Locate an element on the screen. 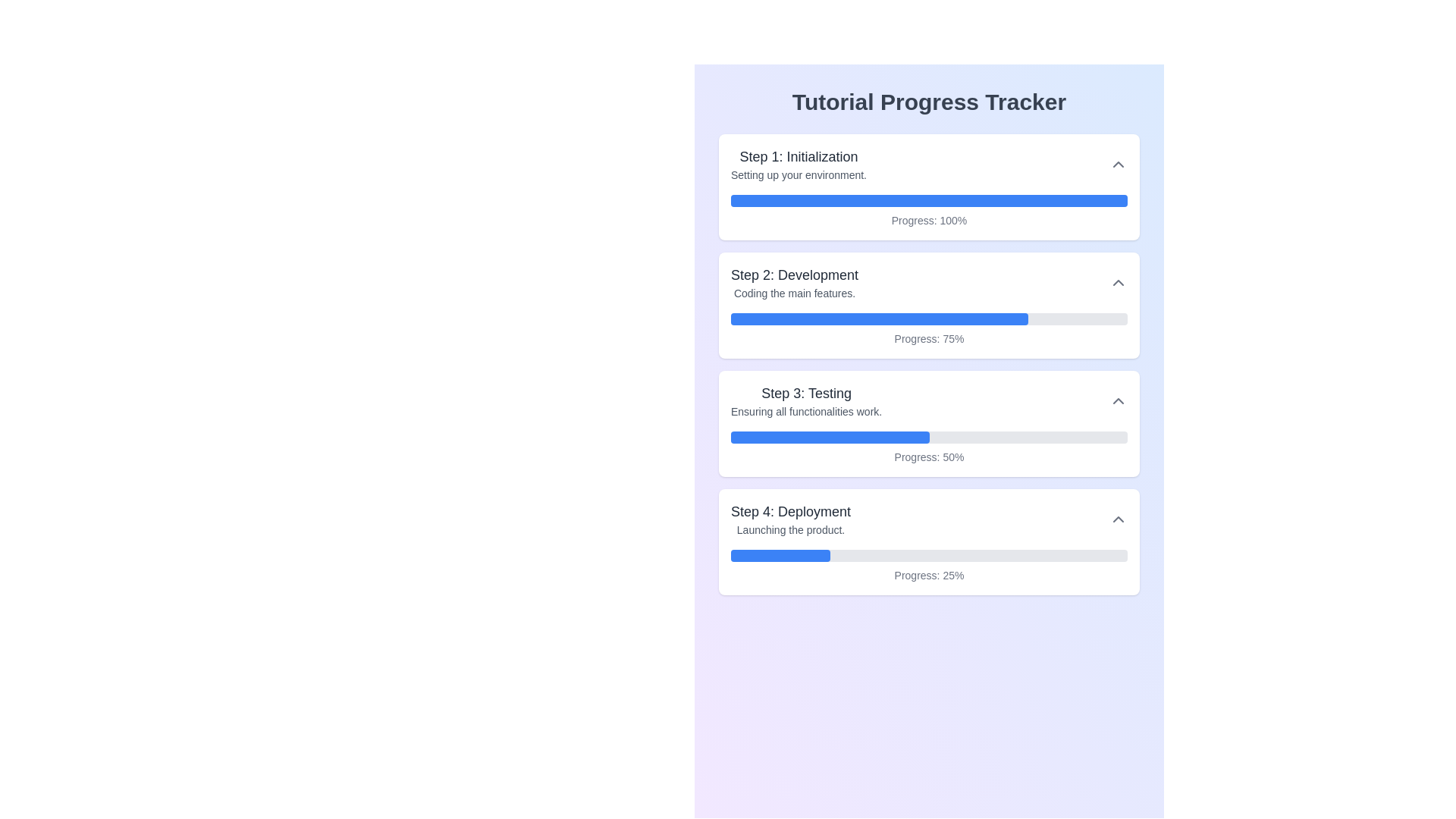 The width and height of the screenshot is (1456, 819). the toggle button in the upper-right corner of the 'Step 2: Development' section is located at coordinates (1118, 283).